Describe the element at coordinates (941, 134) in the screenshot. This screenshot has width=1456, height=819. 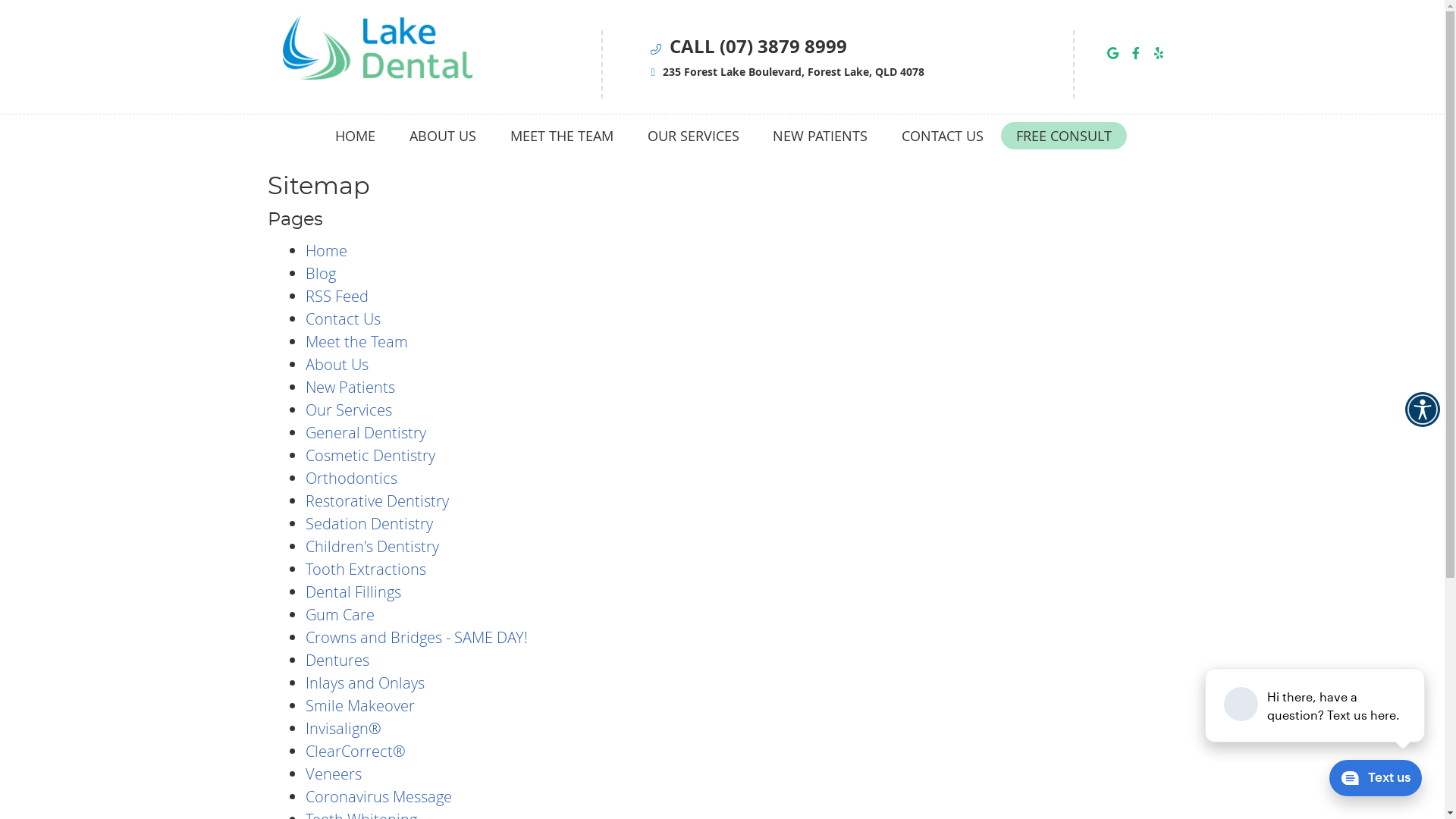
I see `'CONTACT US'` at that location.